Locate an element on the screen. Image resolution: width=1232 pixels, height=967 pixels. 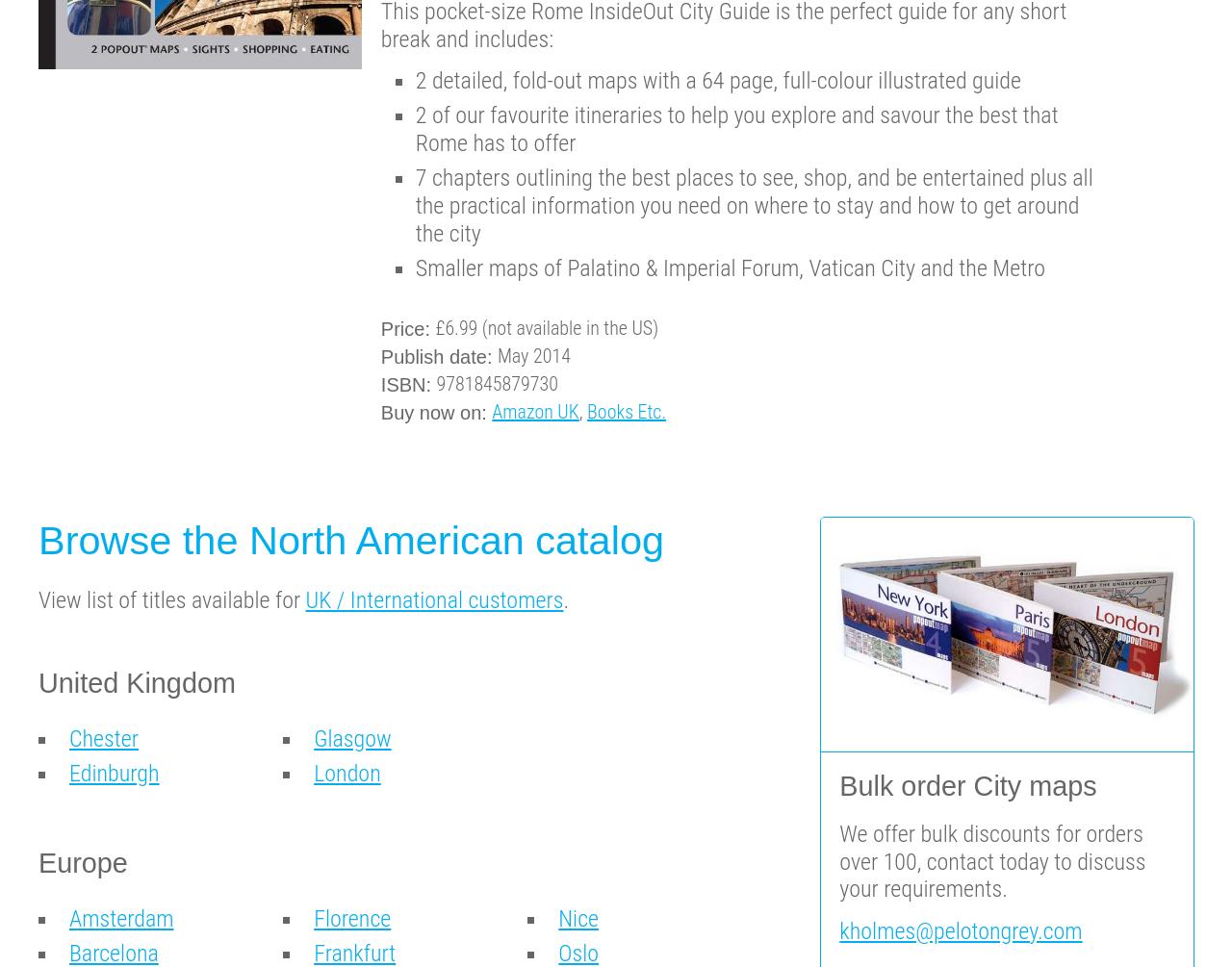
'Books Etc.' is located at coordinates (627, 411).